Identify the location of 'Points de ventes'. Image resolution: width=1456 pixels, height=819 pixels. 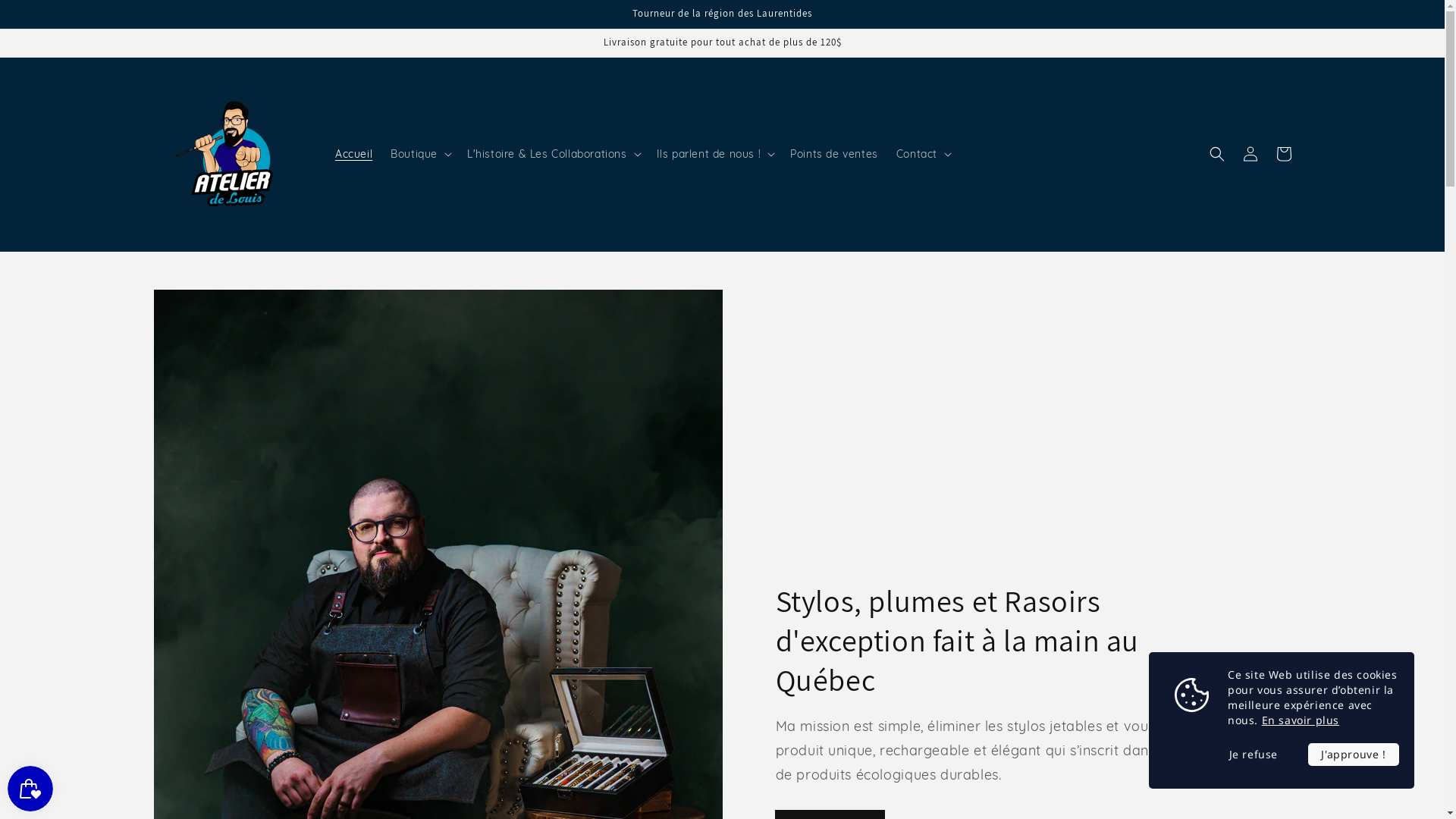
(833, 154).